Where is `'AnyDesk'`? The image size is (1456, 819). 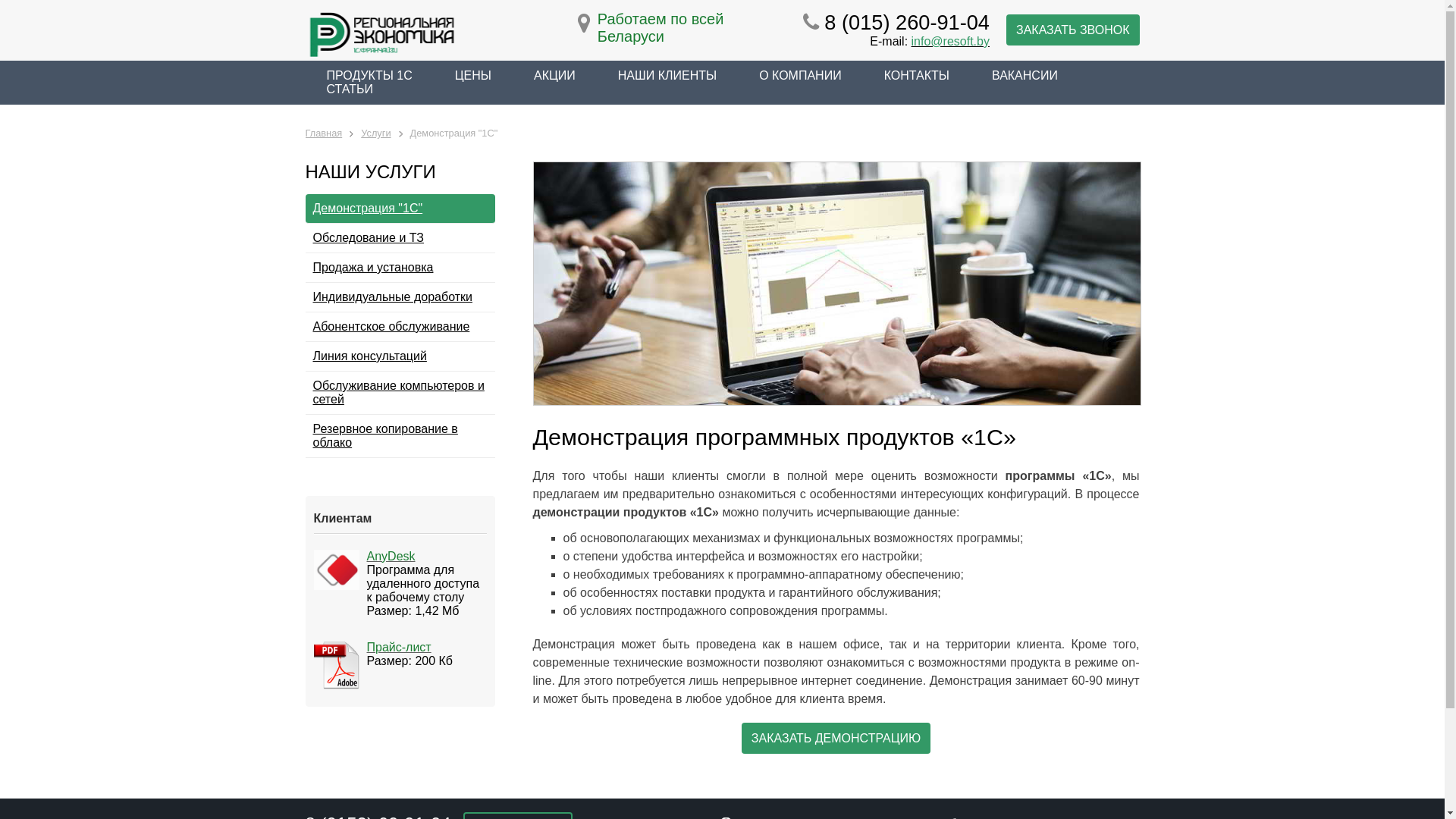 'AnyDesk' is located at coordinates (391, 556).